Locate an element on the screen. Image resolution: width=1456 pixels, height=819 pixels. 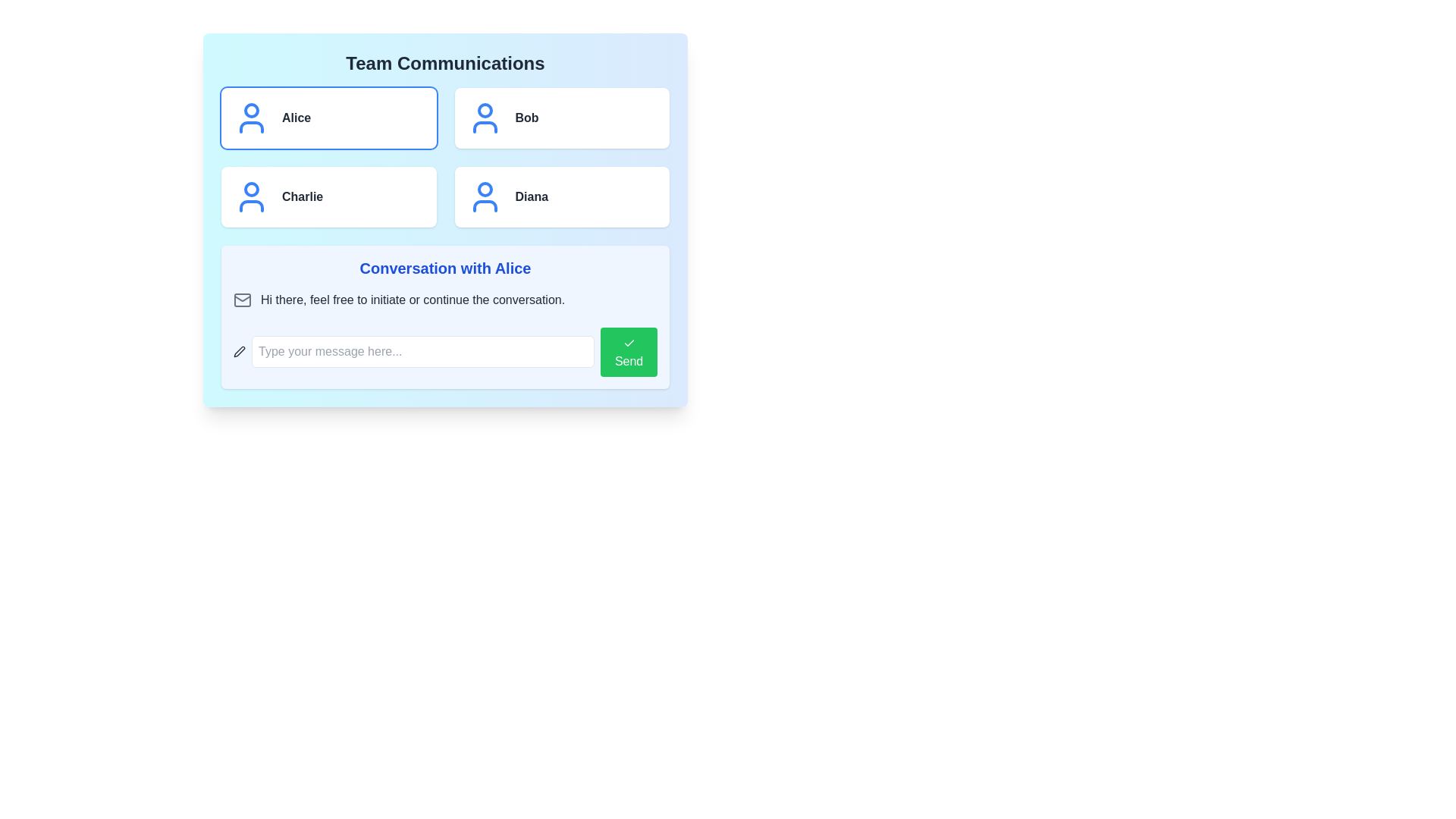
text content of the label displaying 'Alice', which is part of a list of communication options and is located next to a blue user icon is located at coordinates (297, 117).